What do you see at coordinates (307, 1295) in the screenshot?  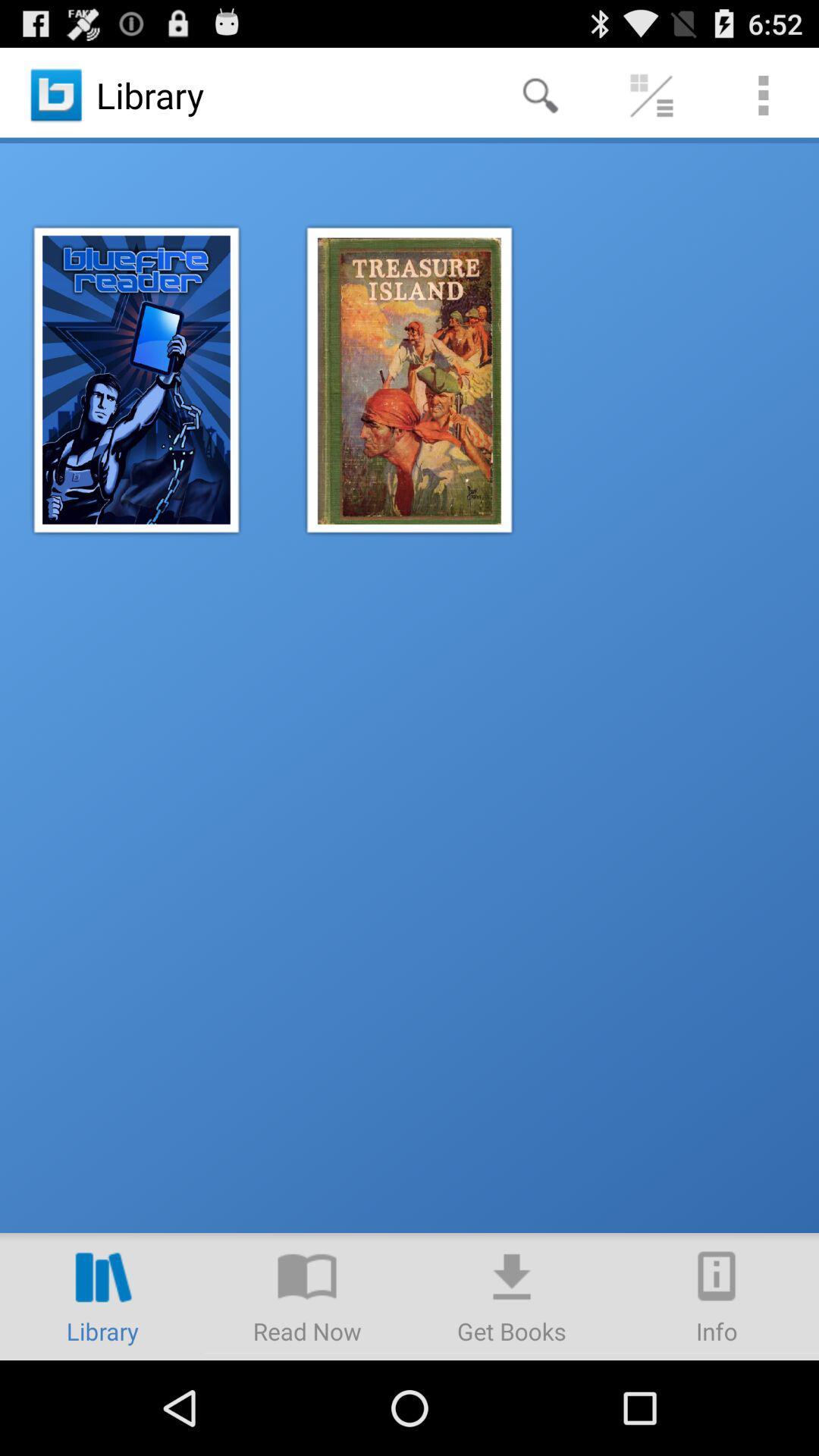 I see `read news` at bounding box center [307, 1295].